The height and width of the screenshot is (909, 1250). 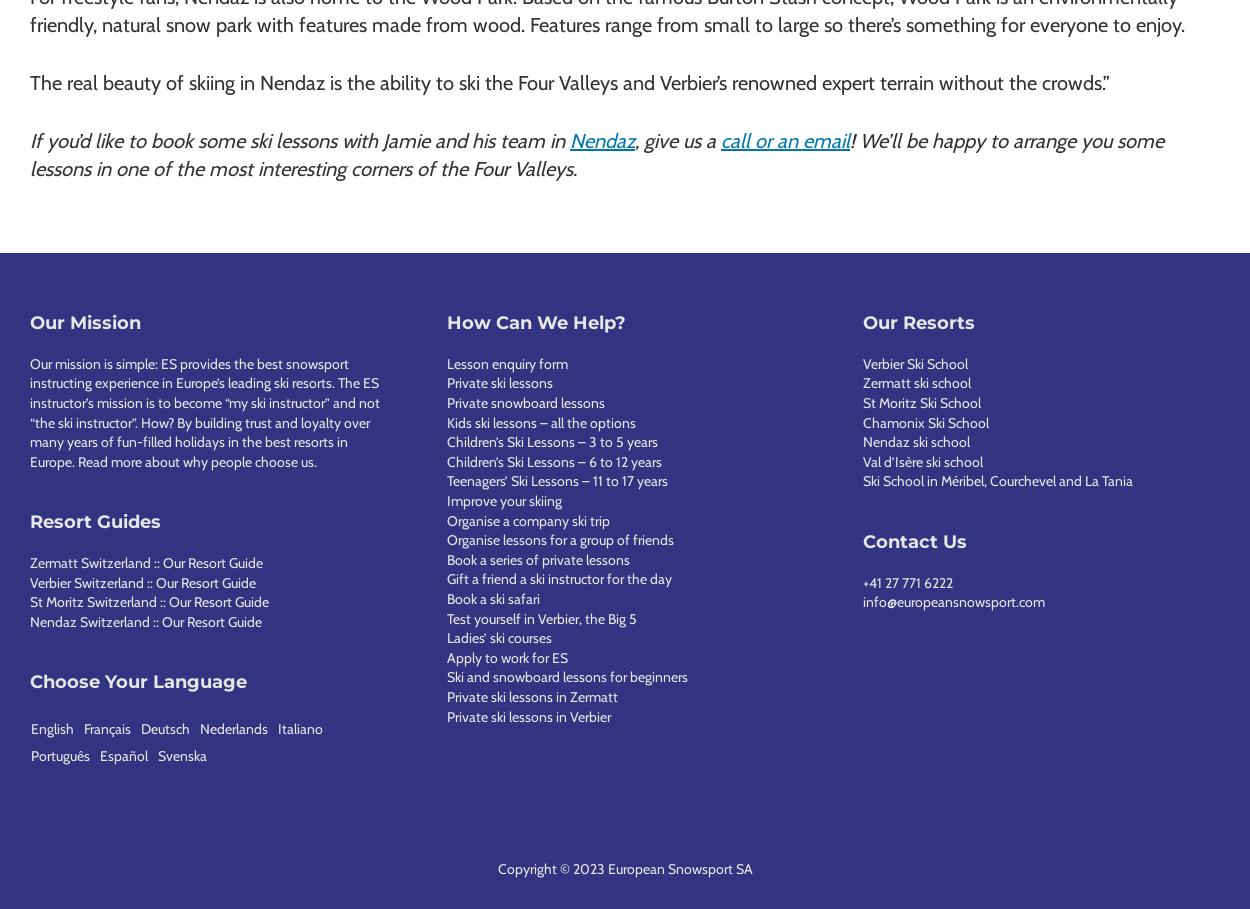 What do you see at coordinates (915, 361) in the screenshot?
I see `'Verbier Ski School'` at bounding box center [915, 361].